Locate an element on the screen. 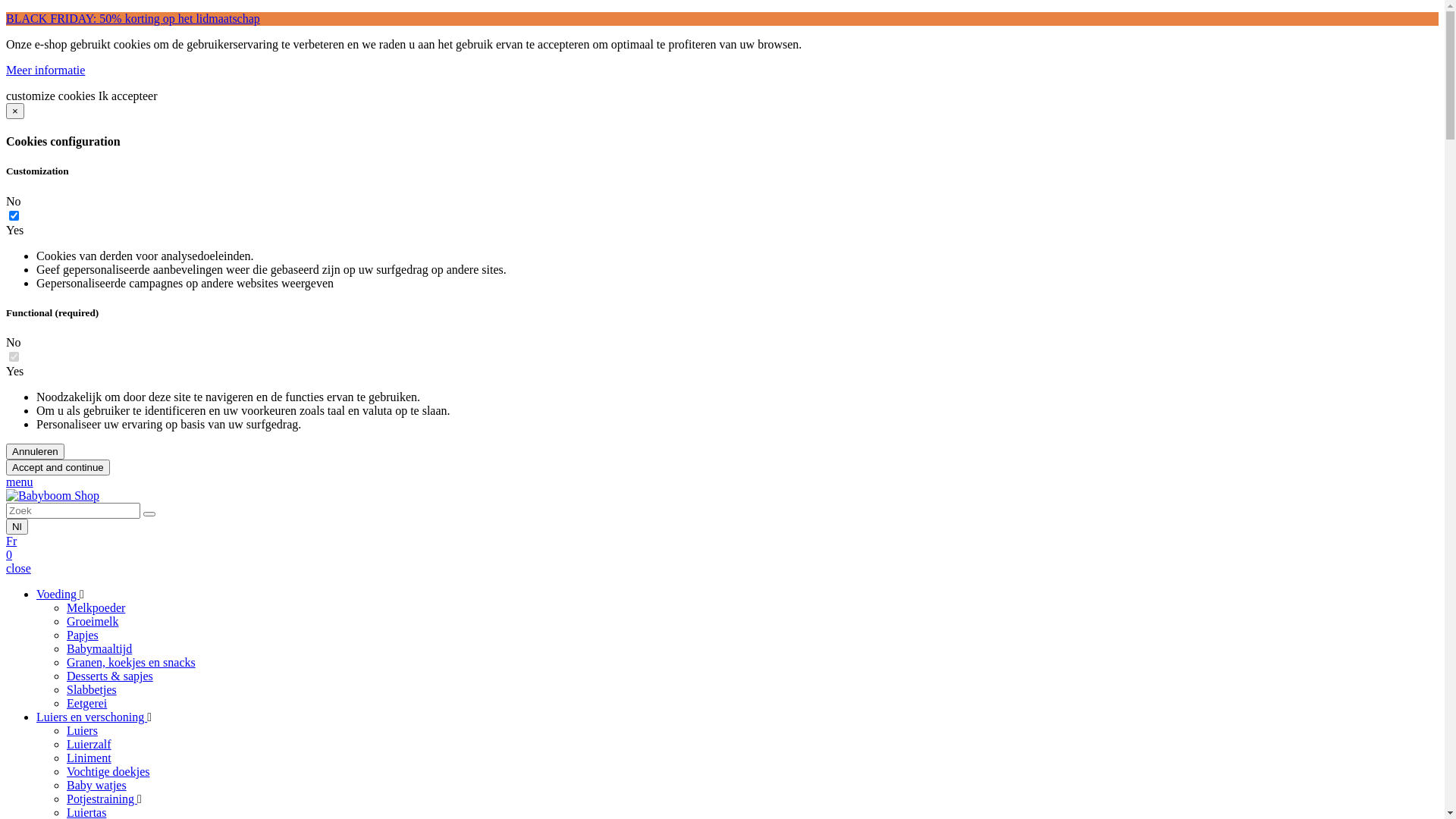 This screenshot has width=1456, height=819. 'Potjestraining' is located at coordinates (101, 798).